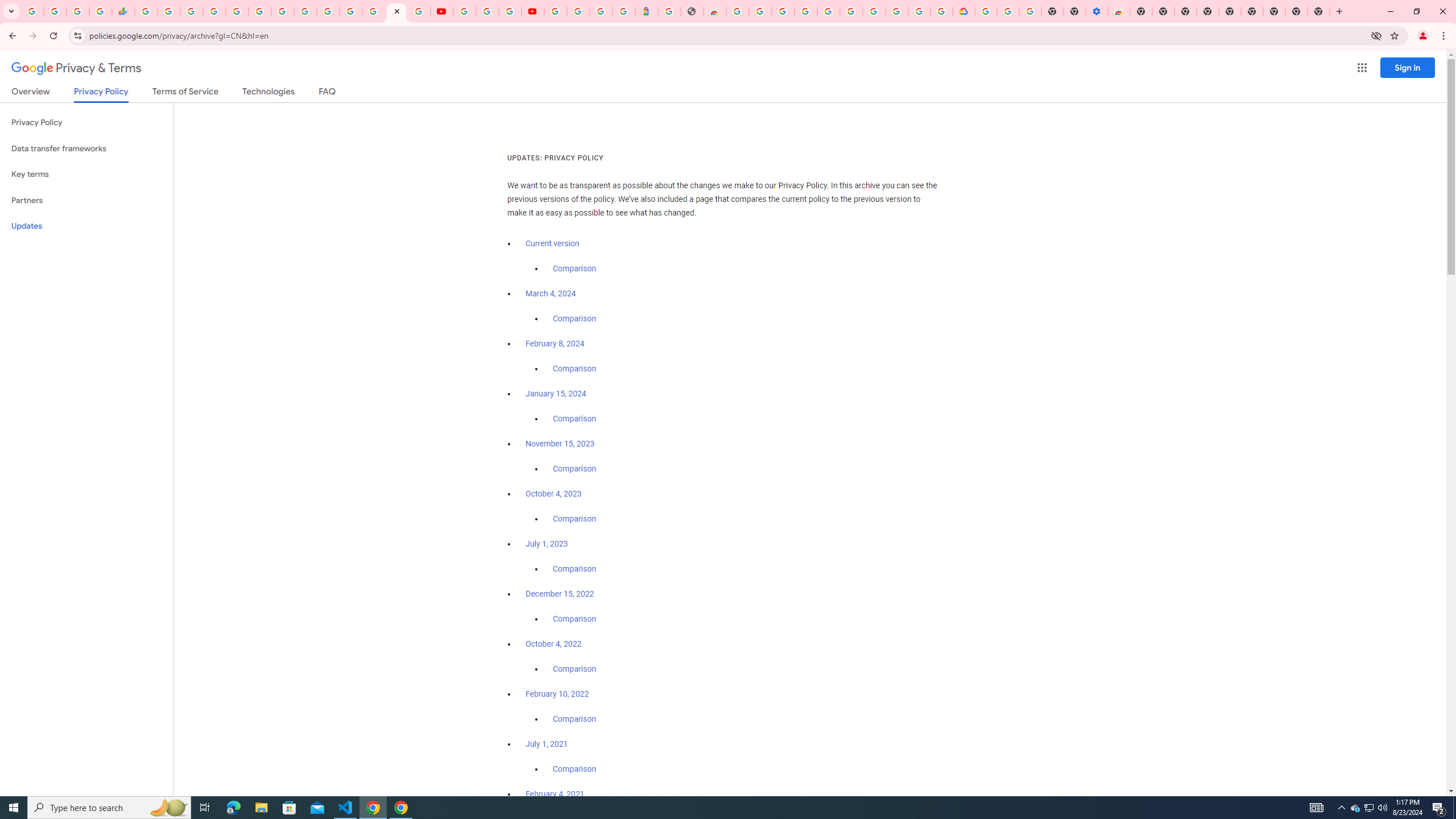 Image resolution: width=1456 pixels, height=819 pixels. Describe the element at coordinates (464, 11) in the screenshot. I see `'YouTube'` at that location.